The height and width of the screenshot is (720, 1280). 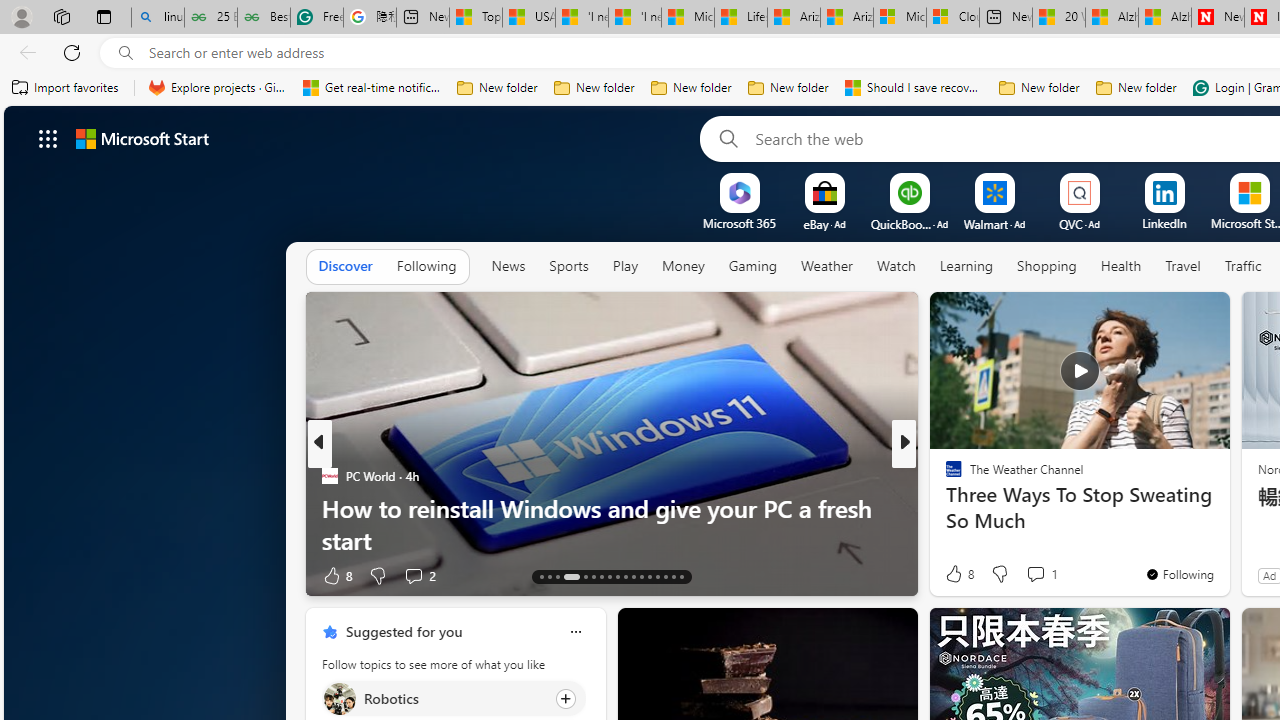 I want to click on '61 Like', so click(x=955, y=575).